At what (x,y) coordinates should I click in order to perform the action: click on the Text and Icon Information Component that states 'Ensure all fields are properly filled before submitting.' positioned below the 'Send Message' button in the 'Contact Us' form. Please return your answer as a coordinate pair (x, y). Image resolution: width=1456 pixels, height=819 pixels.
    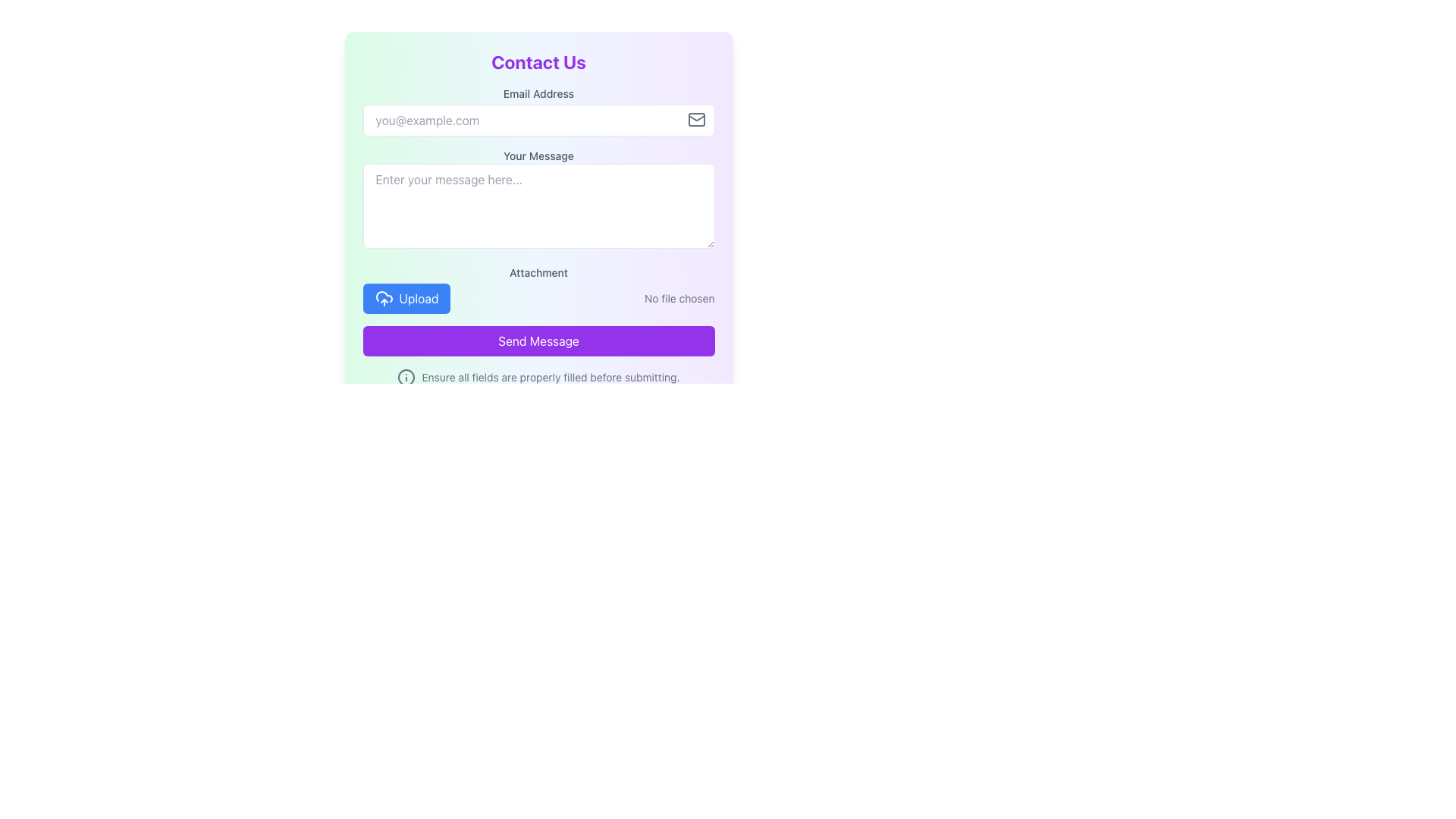
    Looking at the image, I should click on (538, 376).